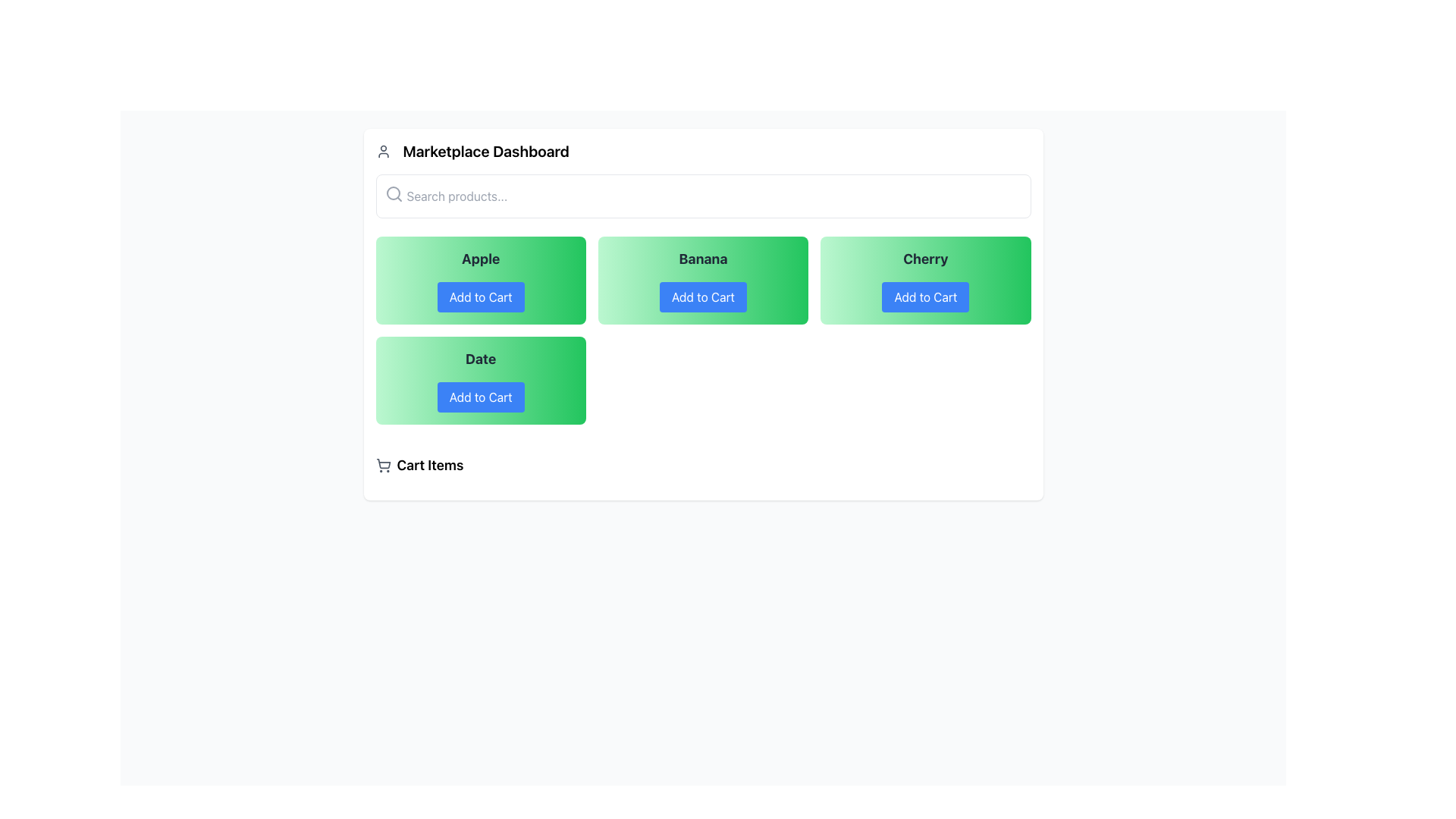 The width and height of the screenshot is (1456, 819). Describe the element at coordinates (480, 359) in the screenshot. I see `the bold, large-sized text label reading 'Date' that is located within a rounded rectangular card with a gradient green background` at that location.